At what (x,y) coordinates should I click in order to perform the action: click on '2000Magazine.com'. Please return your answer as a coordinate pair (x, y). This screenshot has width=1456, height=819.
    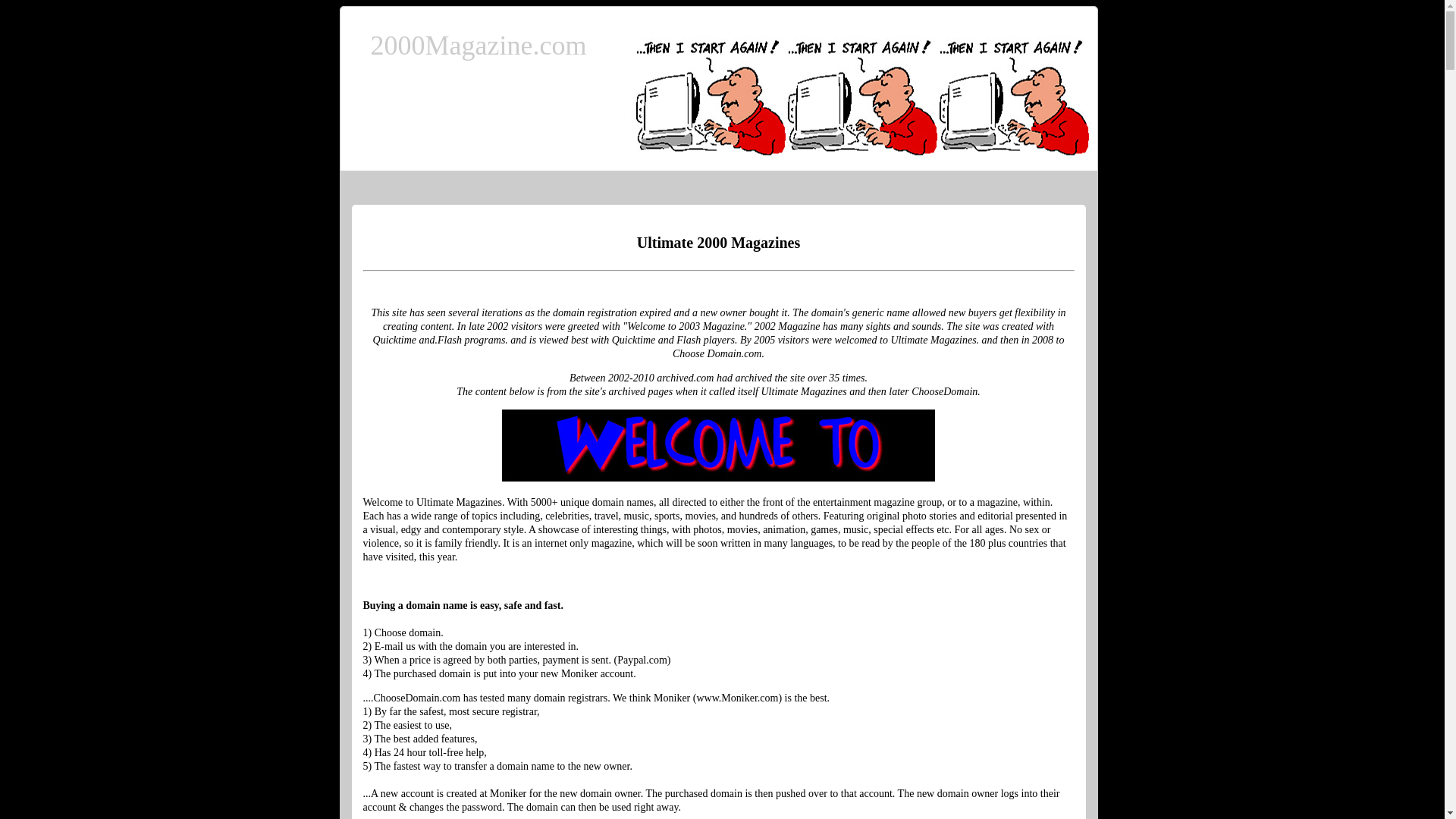
    Looking at the image, I should click on (477, 45).